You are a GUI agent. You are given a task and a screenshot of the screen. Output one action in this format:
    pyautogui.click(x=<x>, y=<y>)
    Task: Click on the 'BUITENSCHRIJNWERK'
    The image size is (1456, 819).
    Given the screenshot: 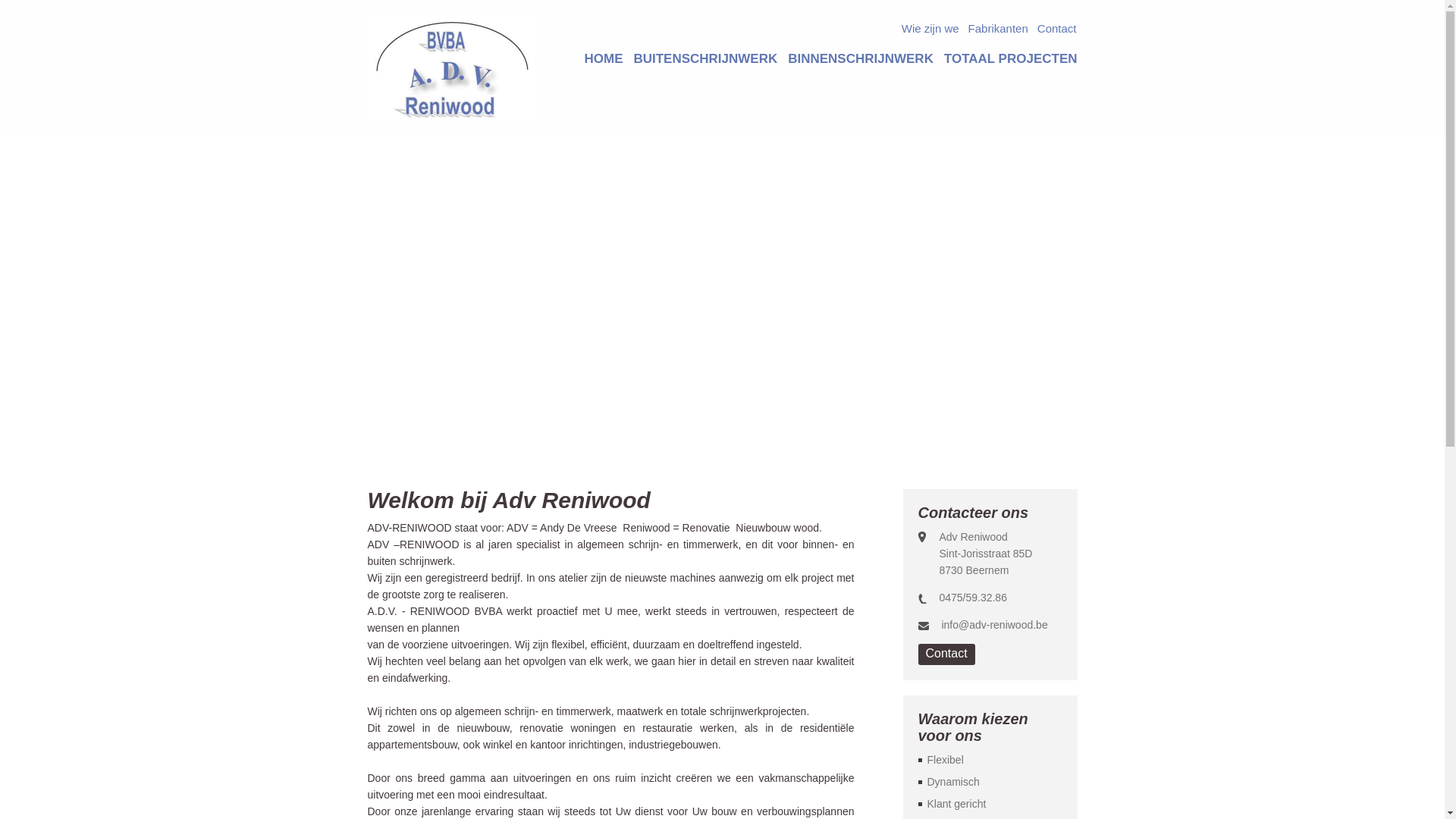 What is the action you would take?
    pyautogui.click(x=704, y=58)
    